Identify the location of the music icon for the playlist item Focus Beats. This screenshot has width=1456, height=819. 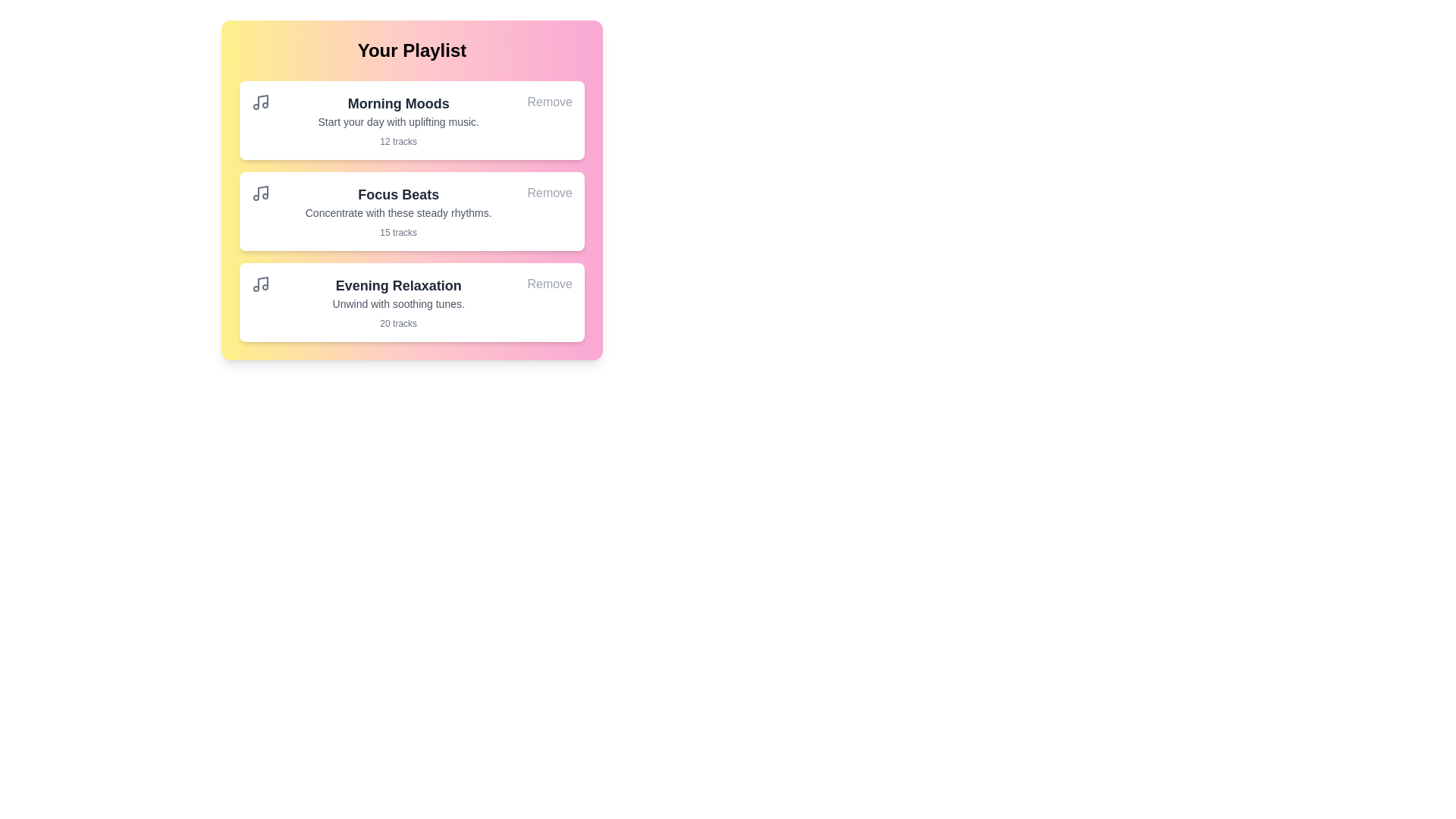
(261, 192).